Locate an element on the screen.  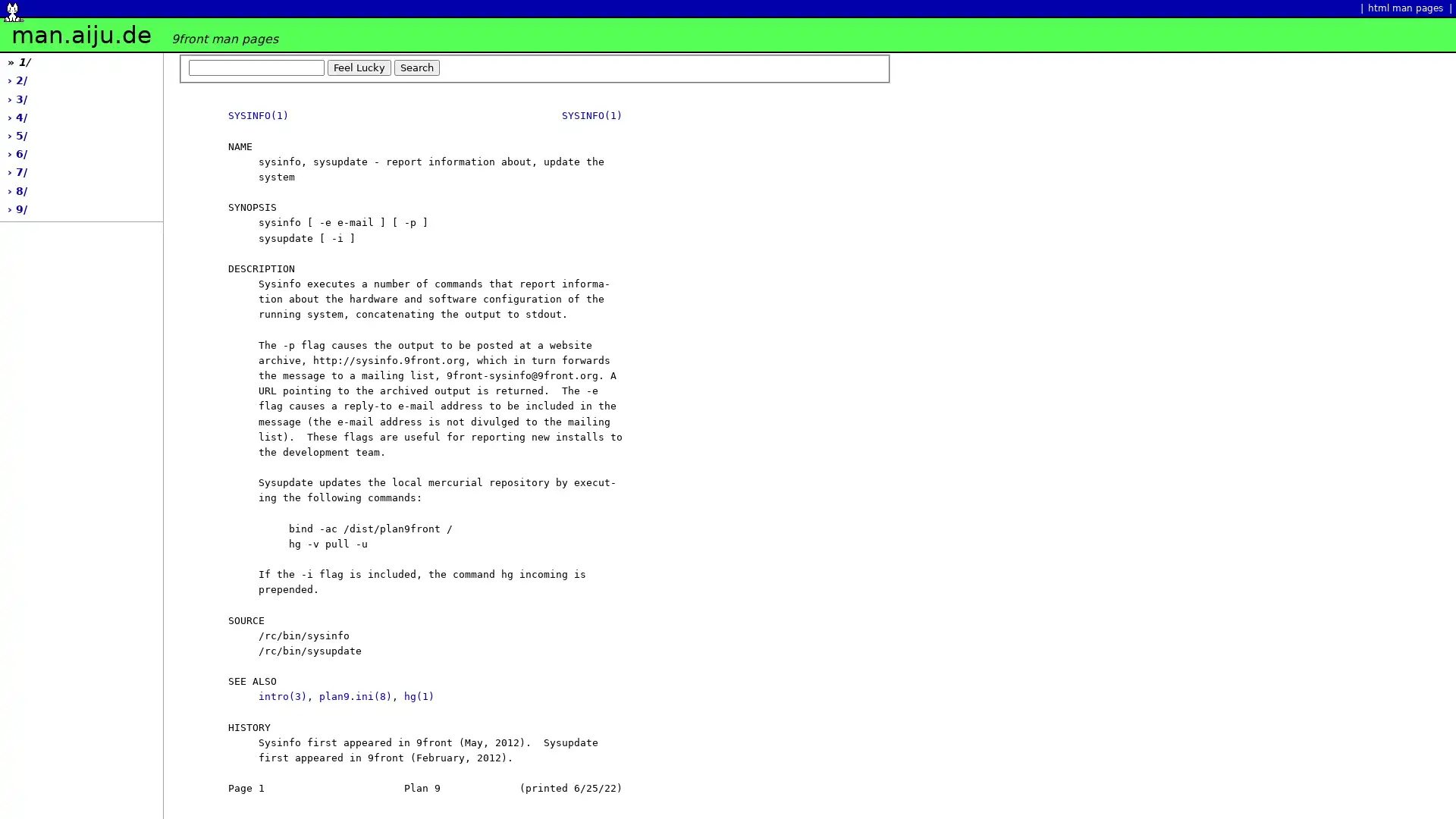
Feel Lucky is located at coordinates (359, 66).